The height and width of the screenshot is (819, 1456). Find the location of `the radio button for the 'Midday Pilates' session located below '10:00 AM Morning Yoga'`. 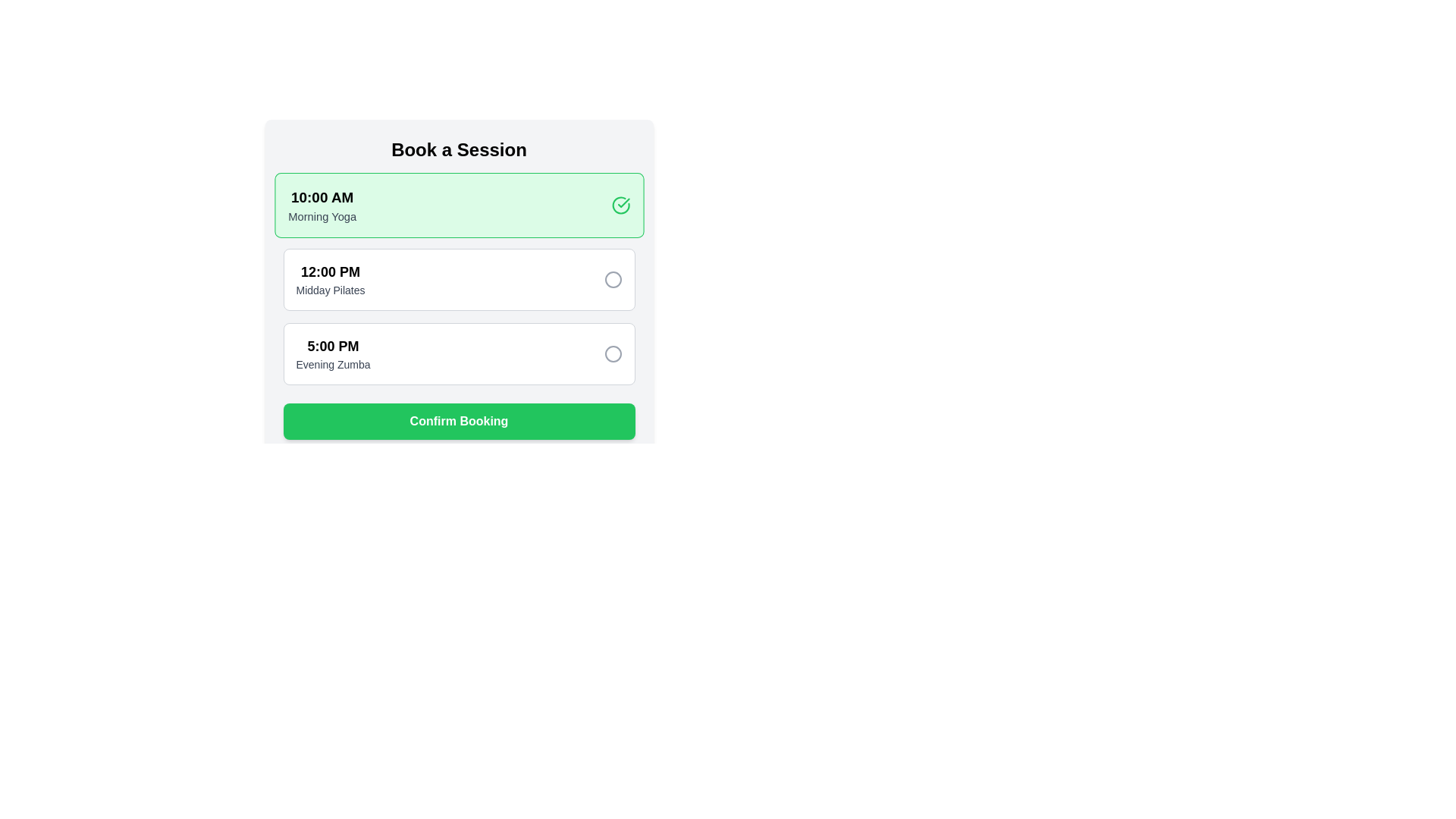

the radio button for the 'Midday Pilates' session located below '10:00 AM Morning Yoga' is located at coordinates (458, 280).